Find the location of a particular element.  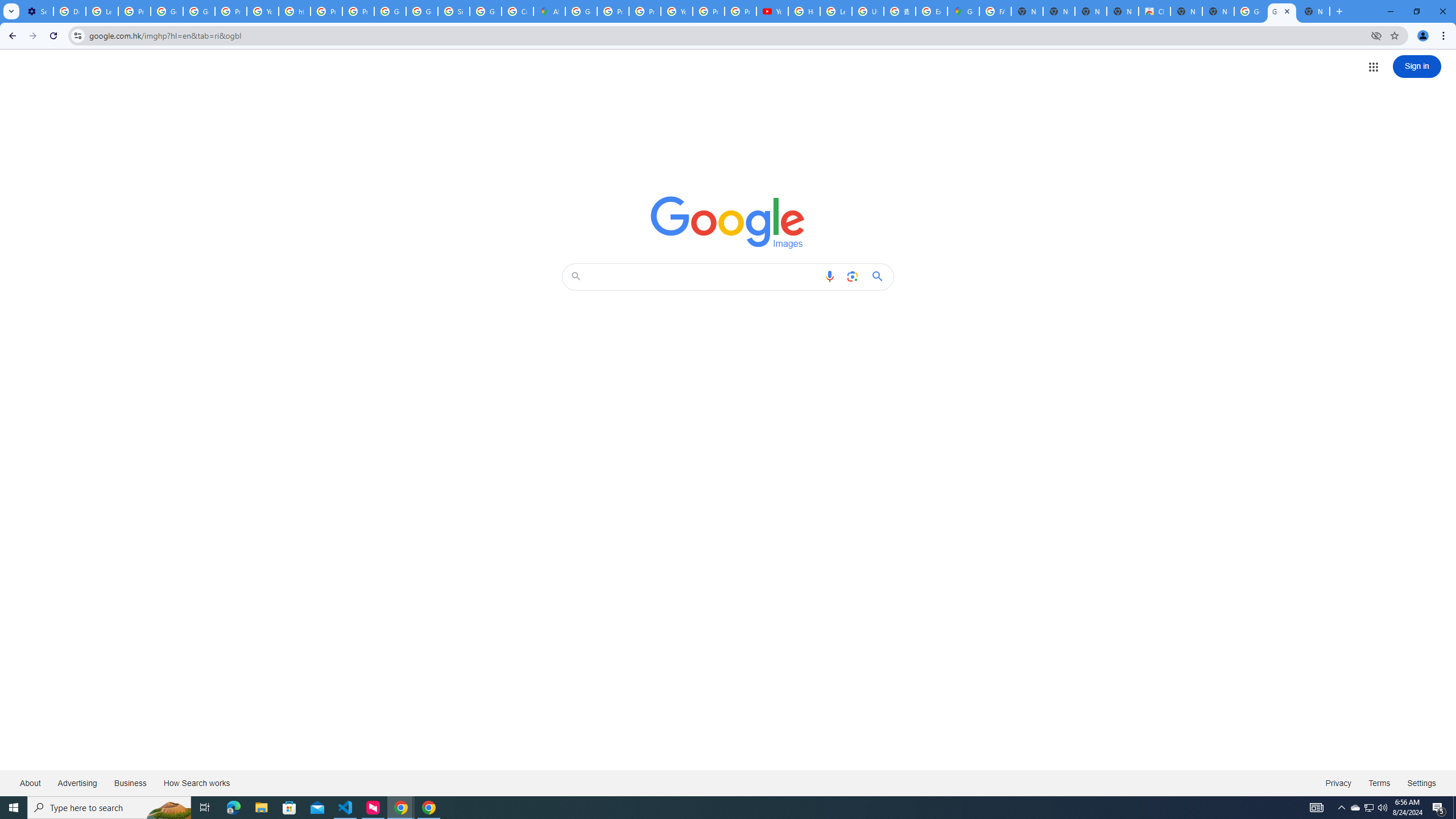

'Google Images' is located at coordinates (1282, 11).